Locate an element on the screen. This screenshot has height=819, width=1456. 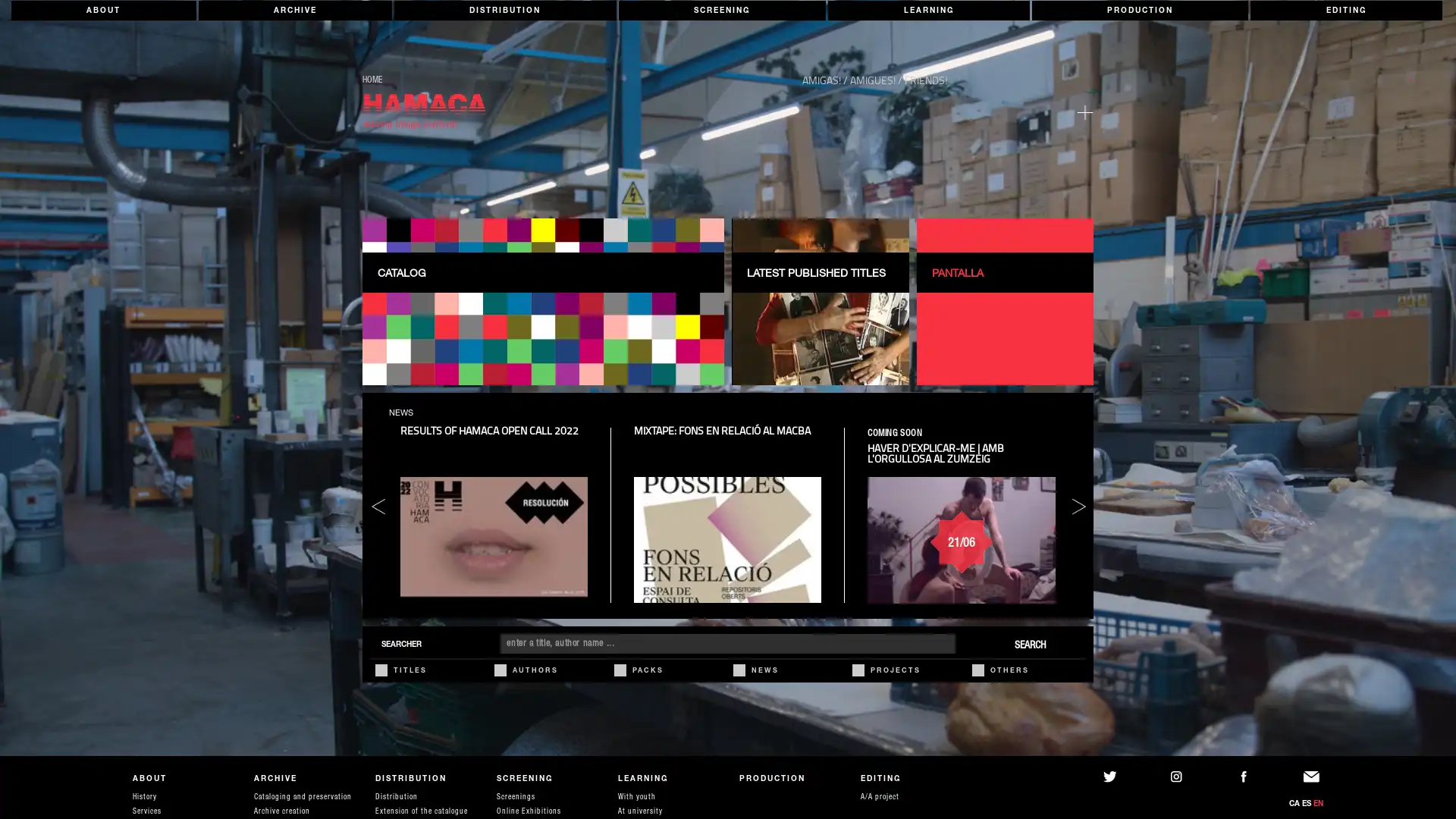
CATALOG is located at coordinates (543, 301).